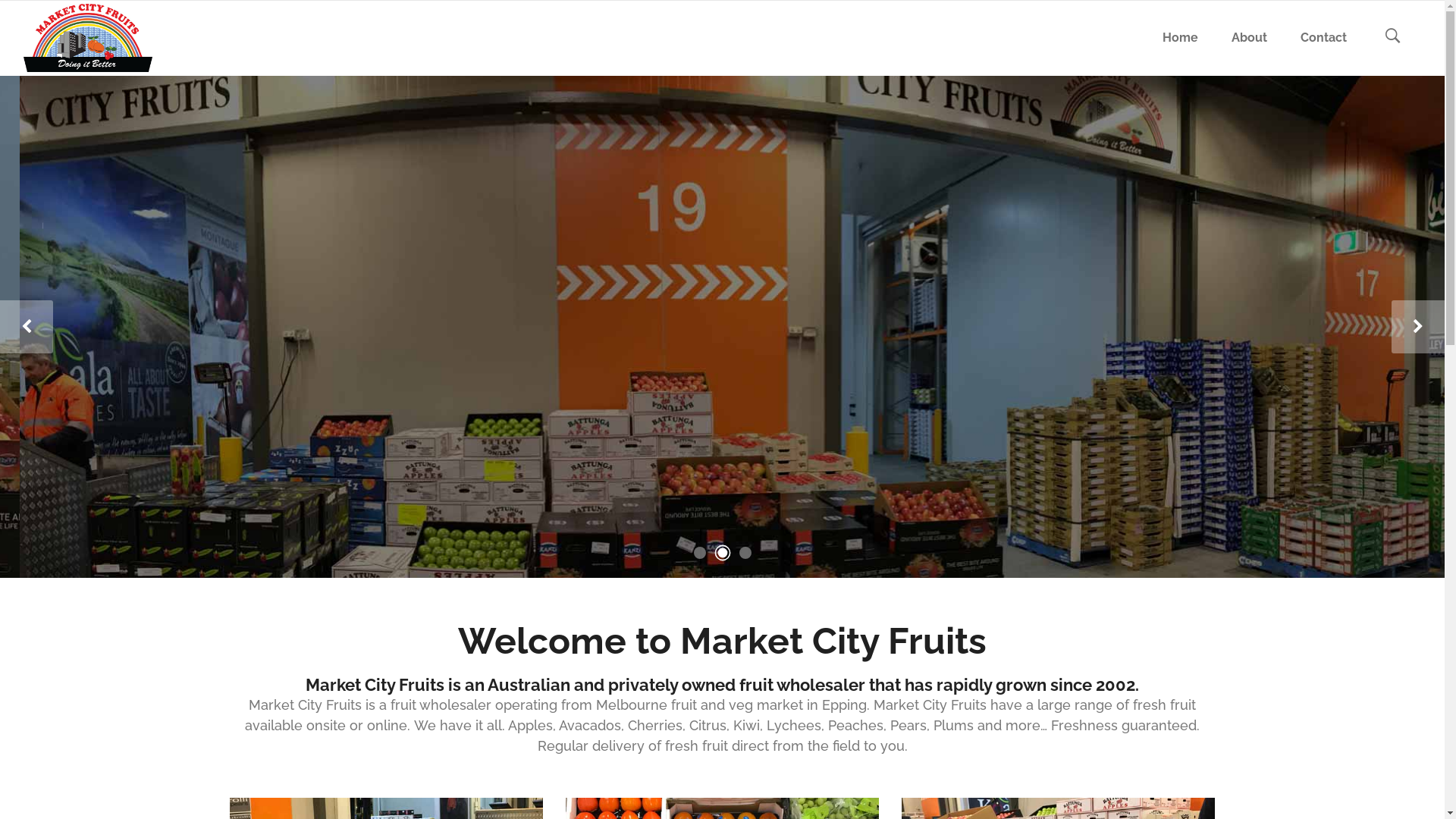 The image size is (1456, 819). I want to click on 'Contact', so click(1323, 37).